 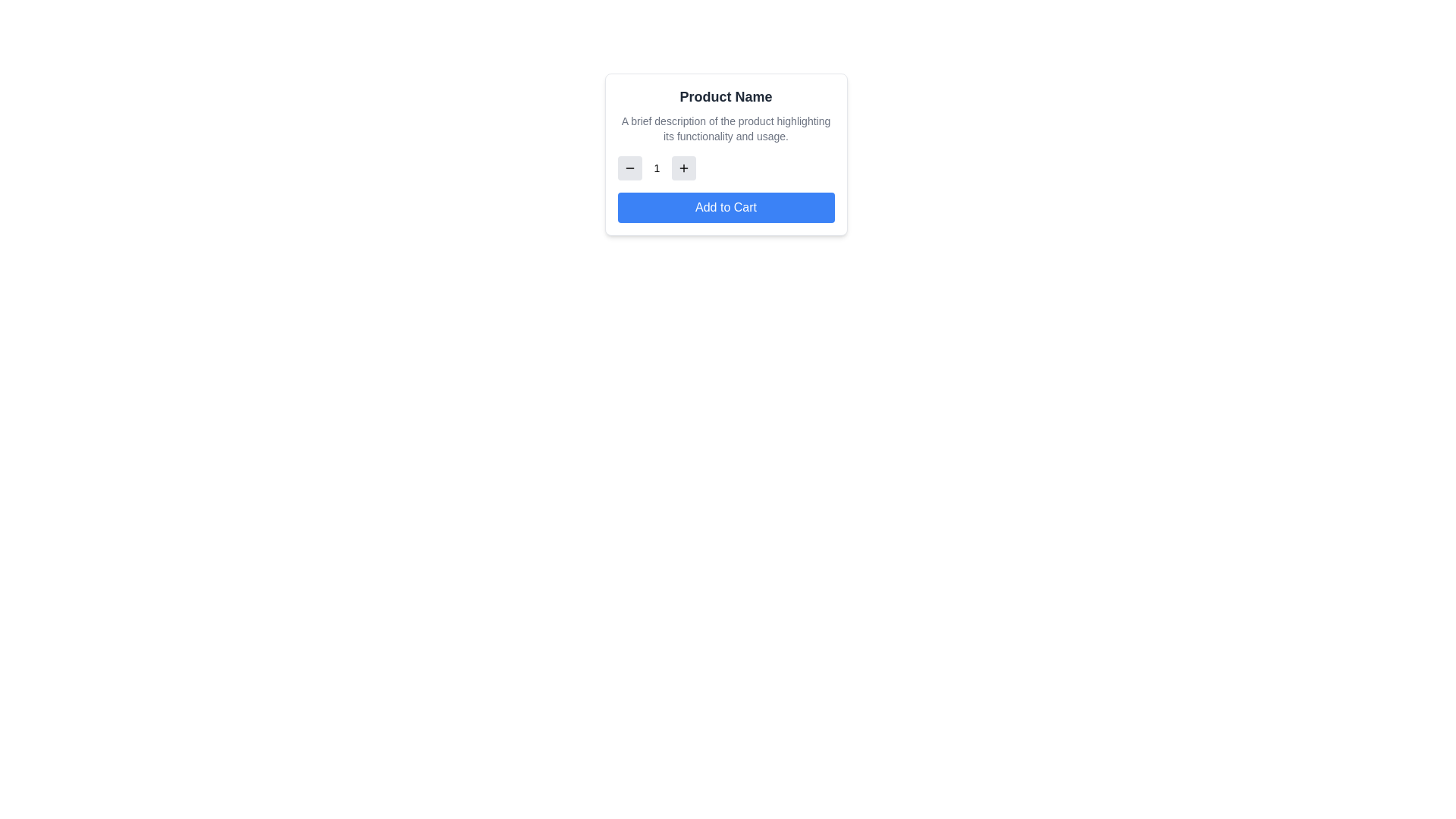 I want to click on the descriptive text element styled in small gray font located below the 'Product Name' title and above the quantity selector and 'Add to Cart' button, so click(x=725, y=127).